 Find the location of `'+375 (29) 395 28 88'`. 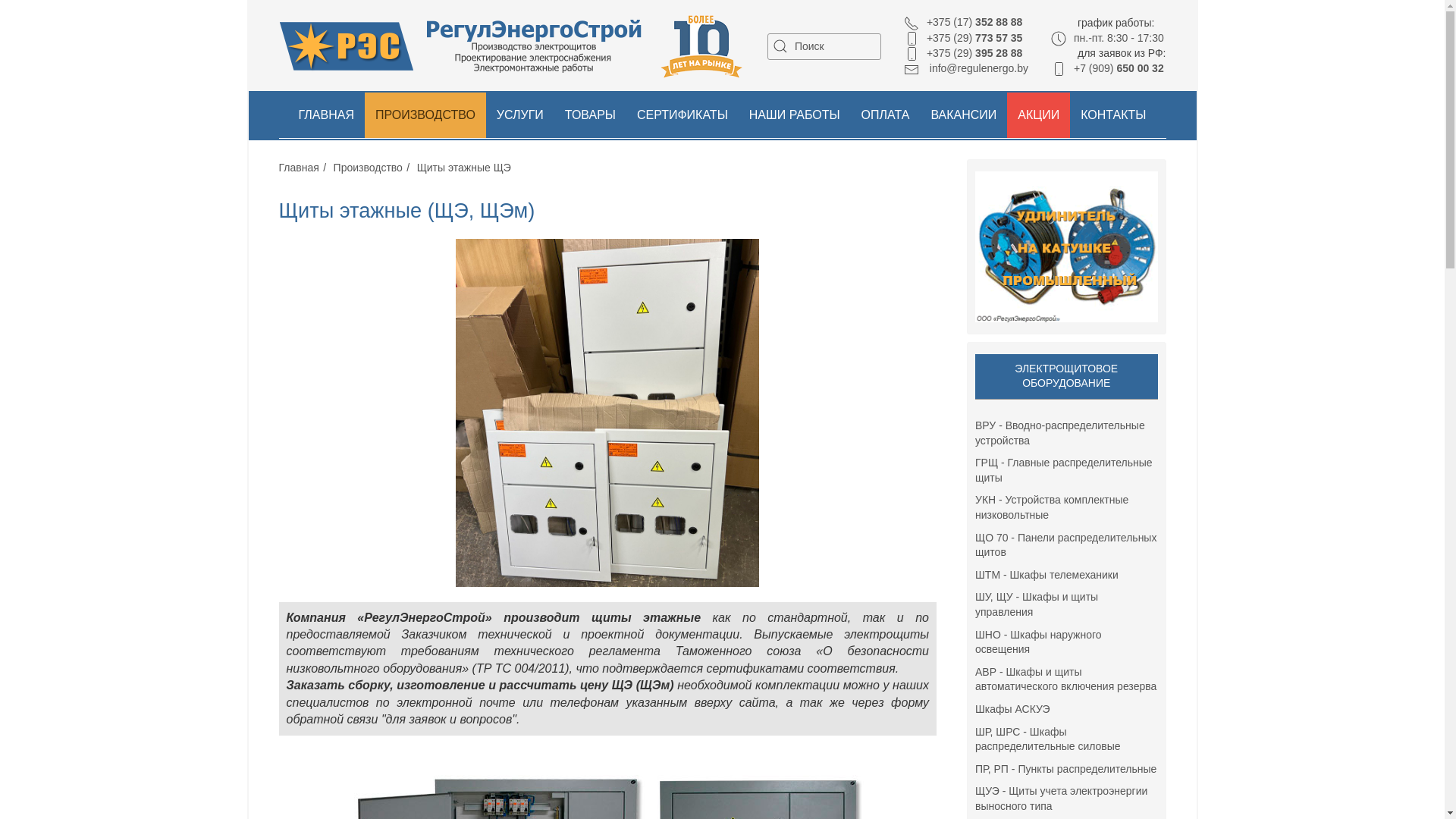

'+375 (29) 395 28 88' is located at coordinates (962, 52).